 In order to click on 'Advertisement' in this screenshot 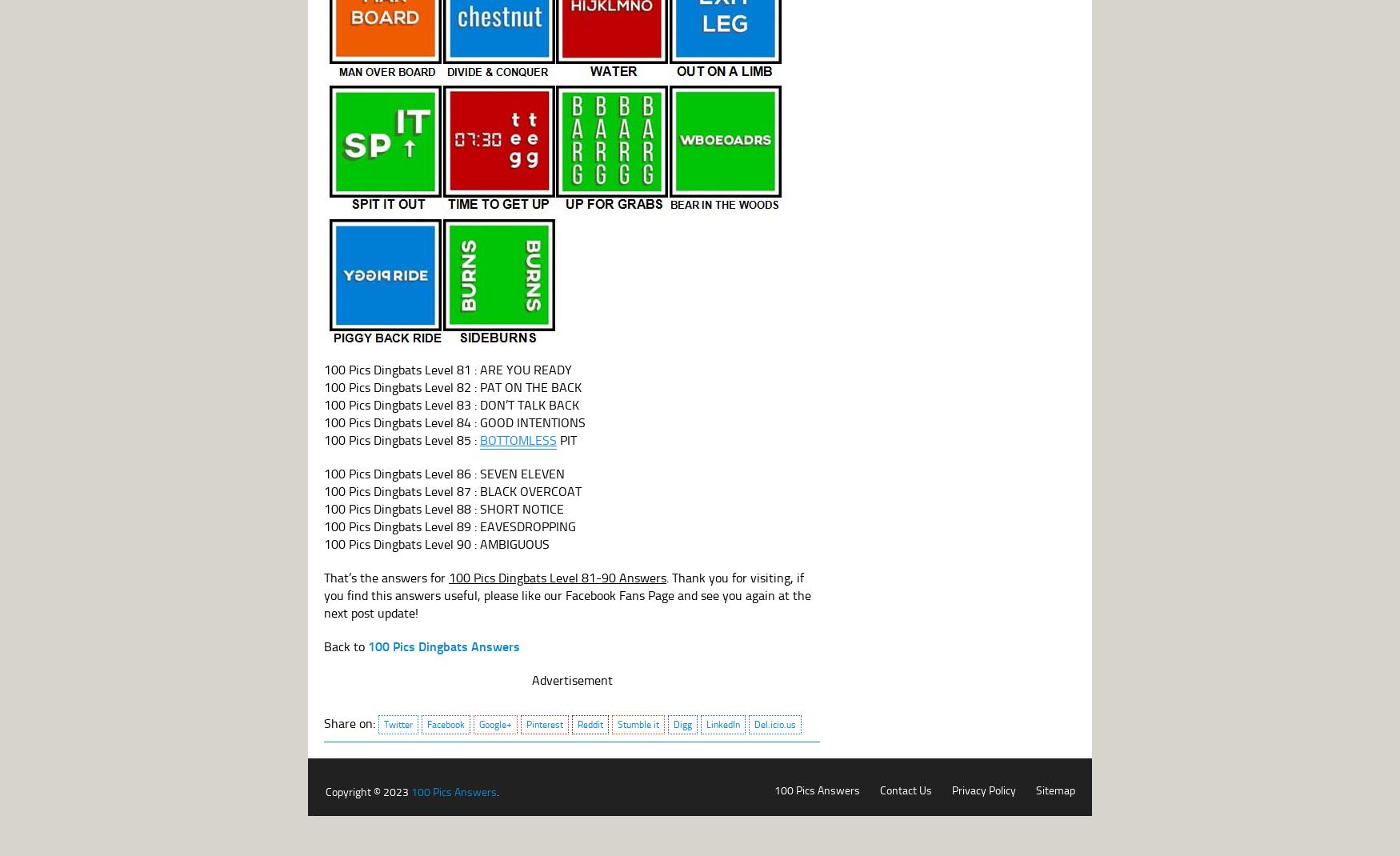, I will do `click(571, 679)`.